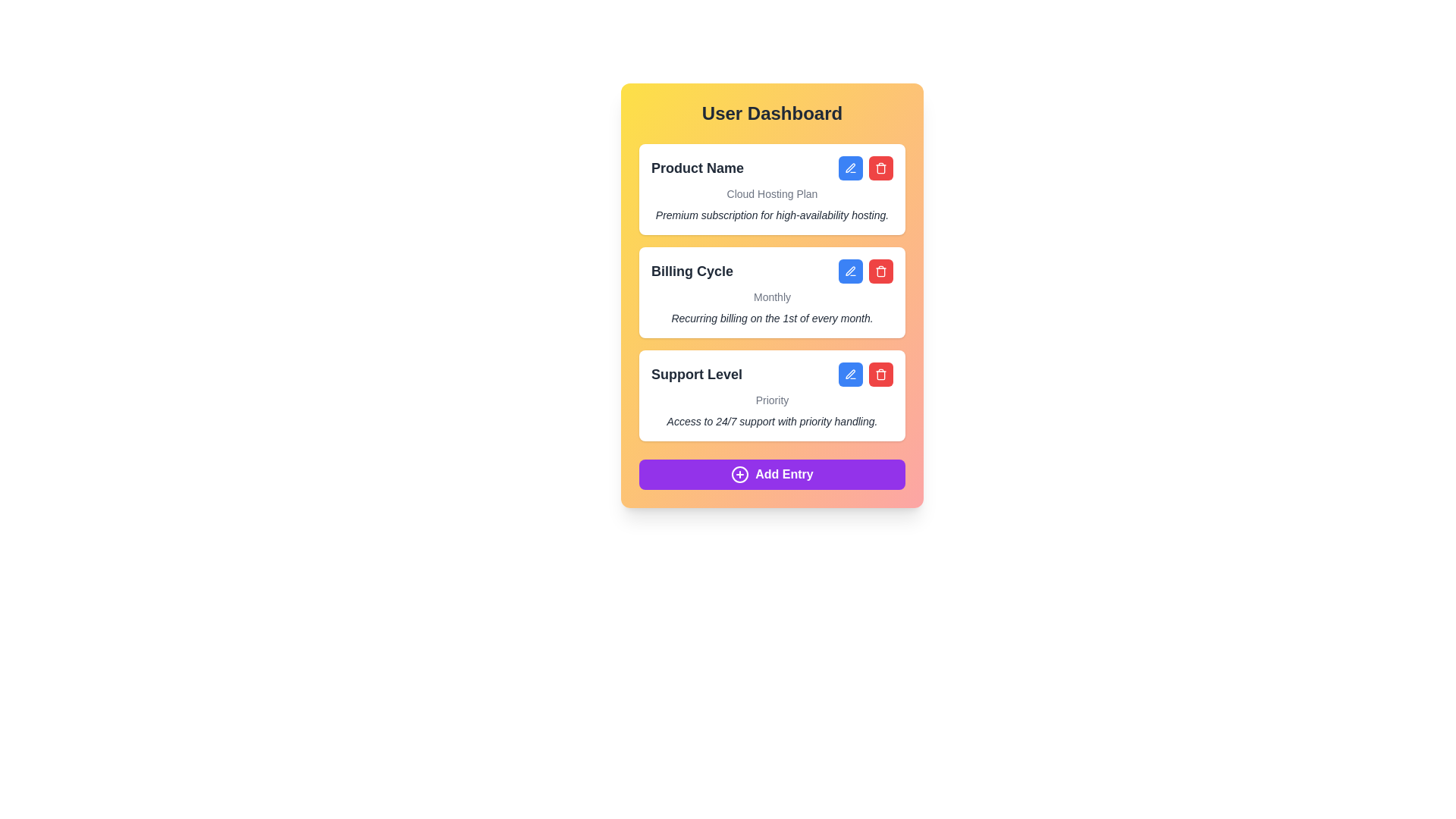 The height and width of the screenshot is (819, 1456). Describe the element at coordinates (772, 297) in the screenshot. I see `the static text label indicating the billing frequency option located in the 'Billing Cycle' section, situated below the 'Billing Cycle' header and above the description text` at that location.